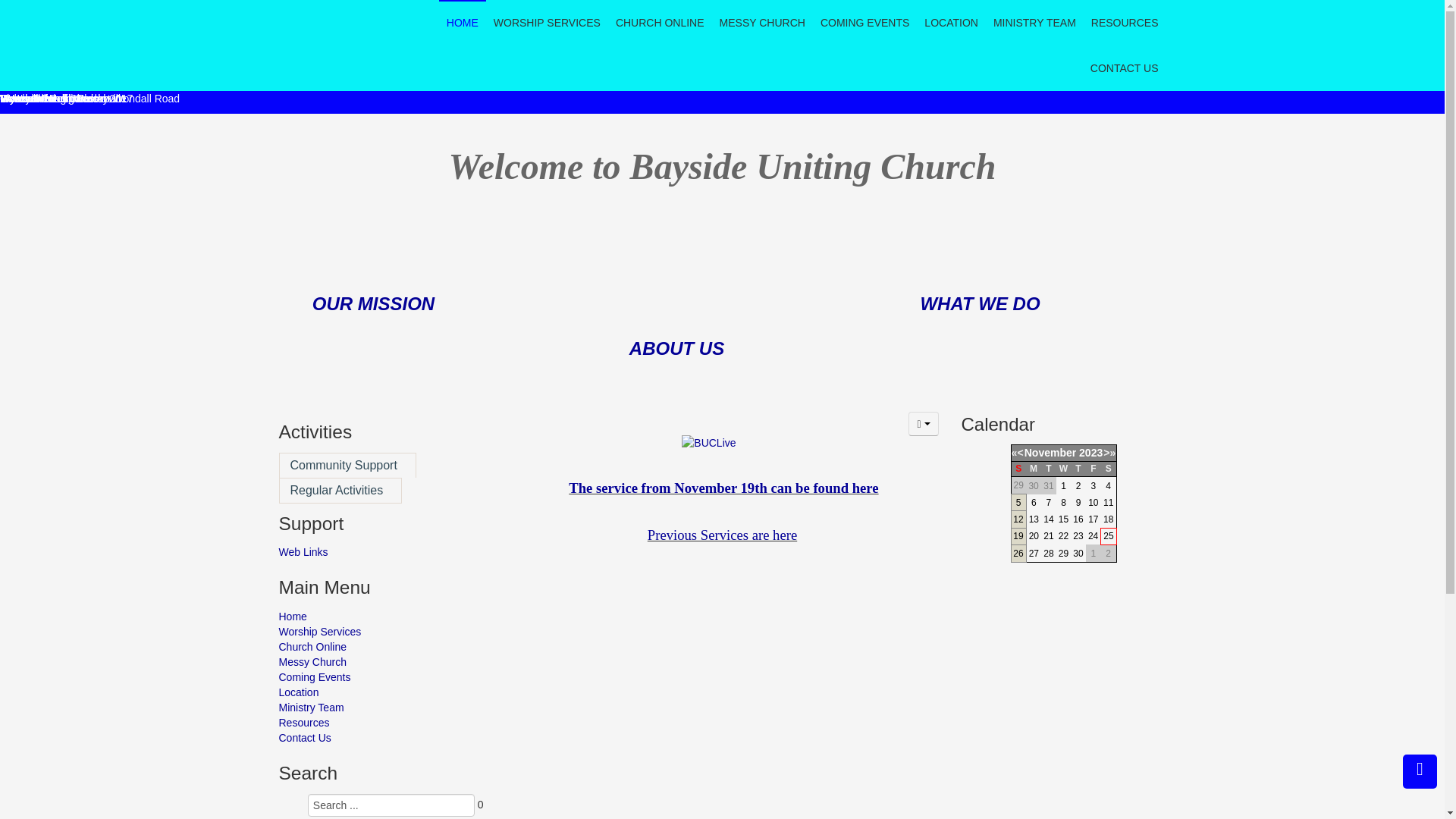 This screenshot has height=819, width=1456. I want to click on '9', so click(1078, 503).